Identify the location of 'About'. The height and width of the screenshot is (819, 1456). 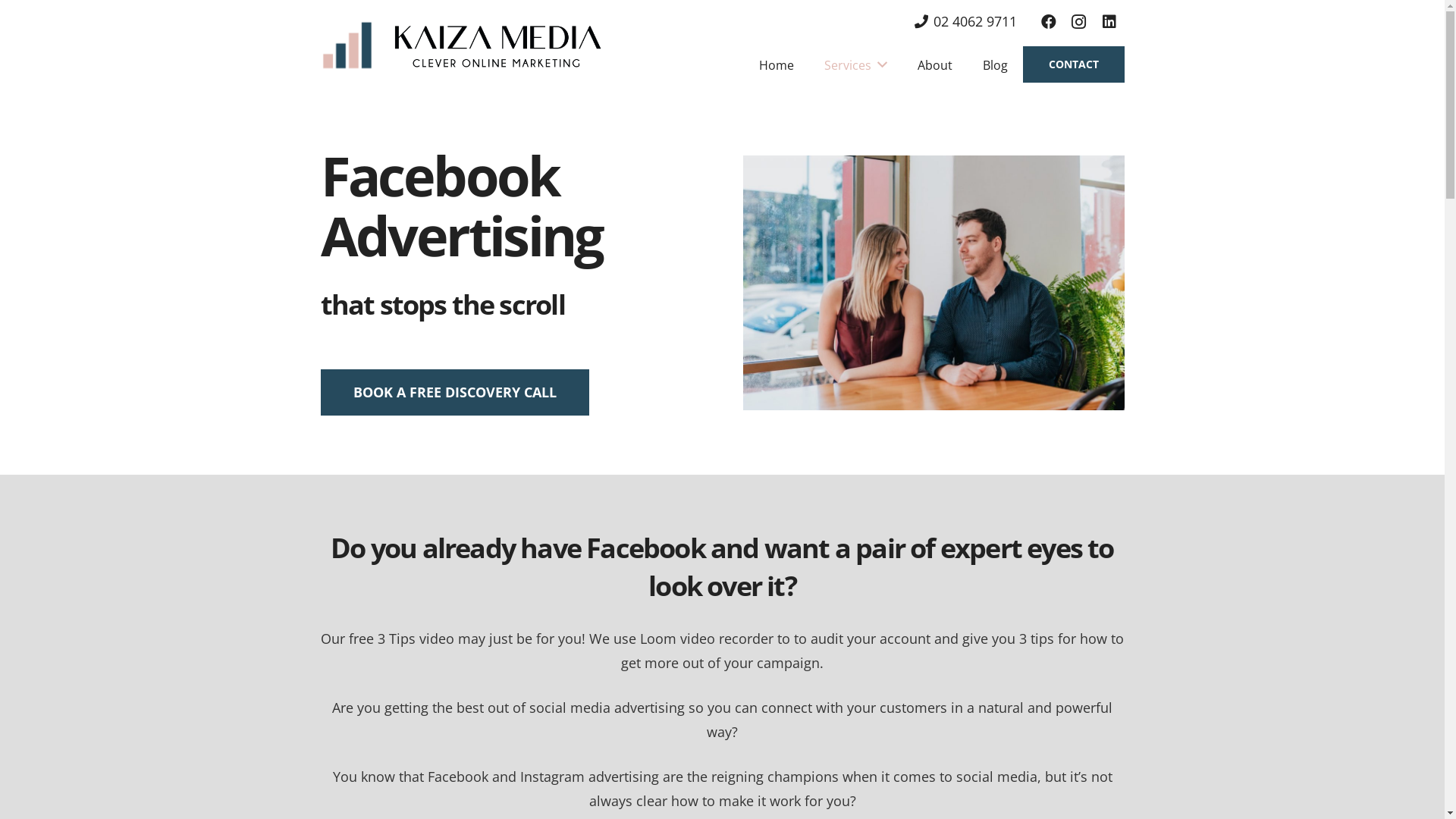
(934, 64).